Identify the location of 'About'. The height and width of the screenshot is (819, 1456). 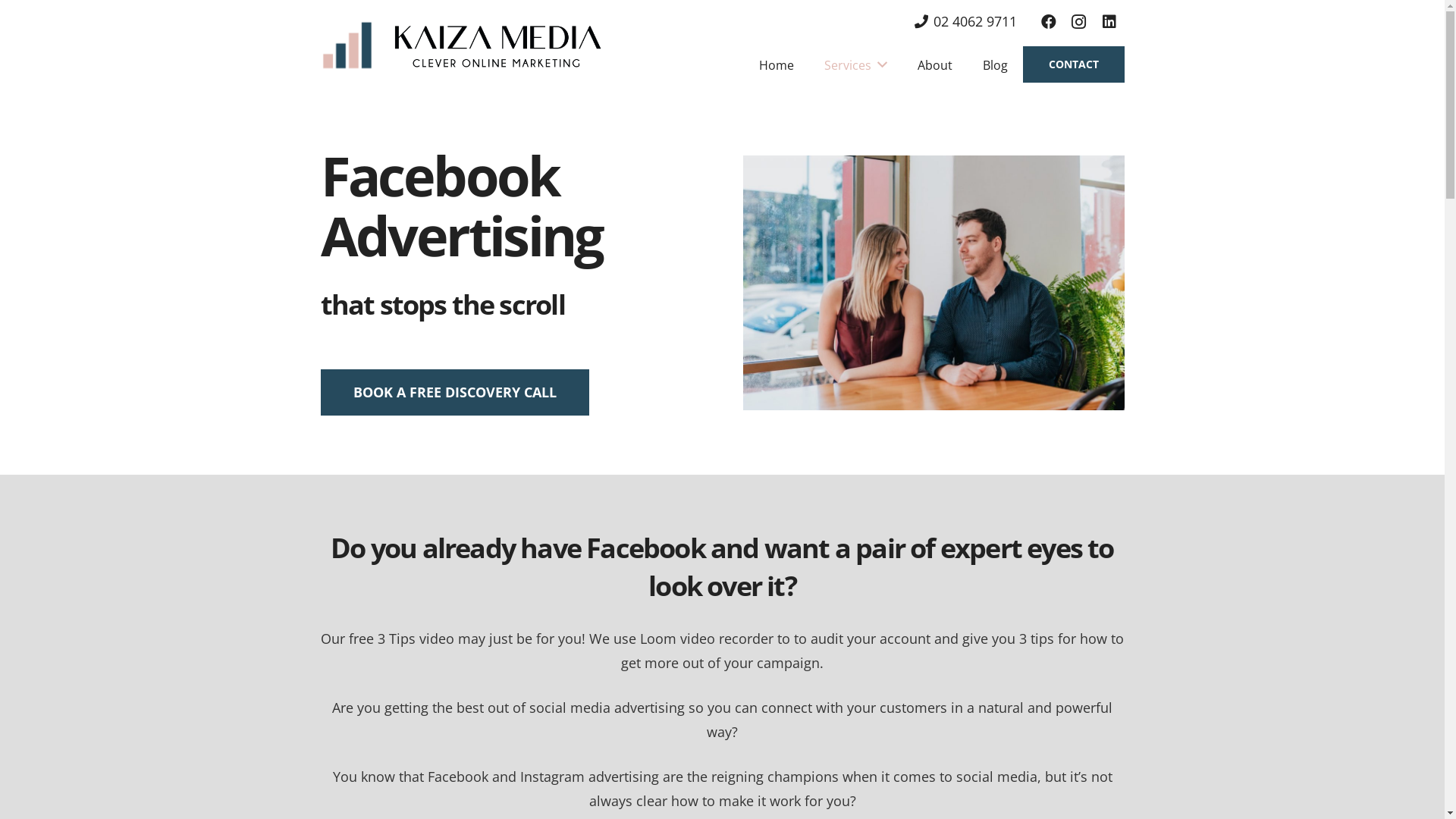
(934, 64).